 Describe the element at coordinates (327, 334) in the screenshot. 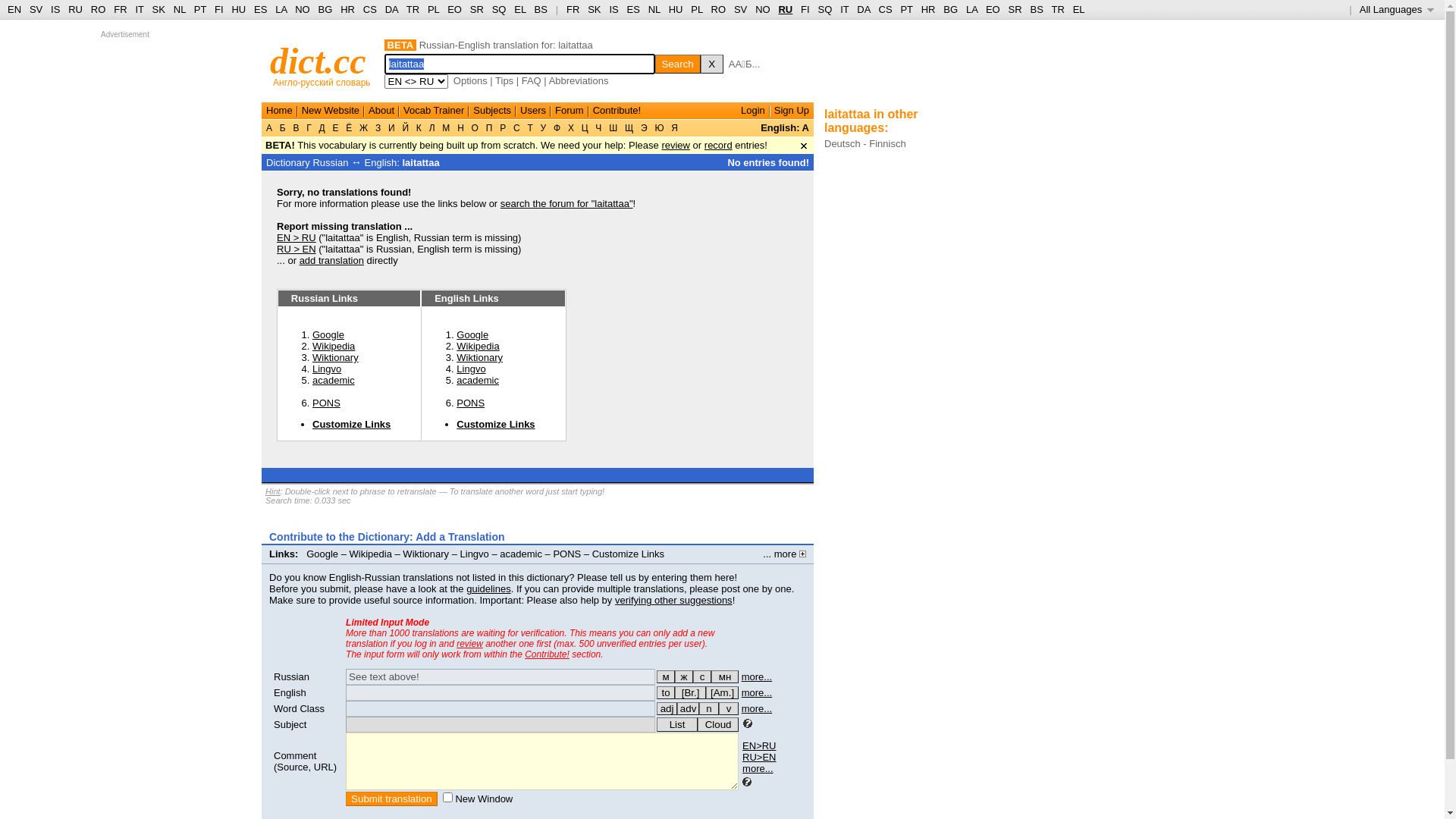

I see `'Google'` at that location.